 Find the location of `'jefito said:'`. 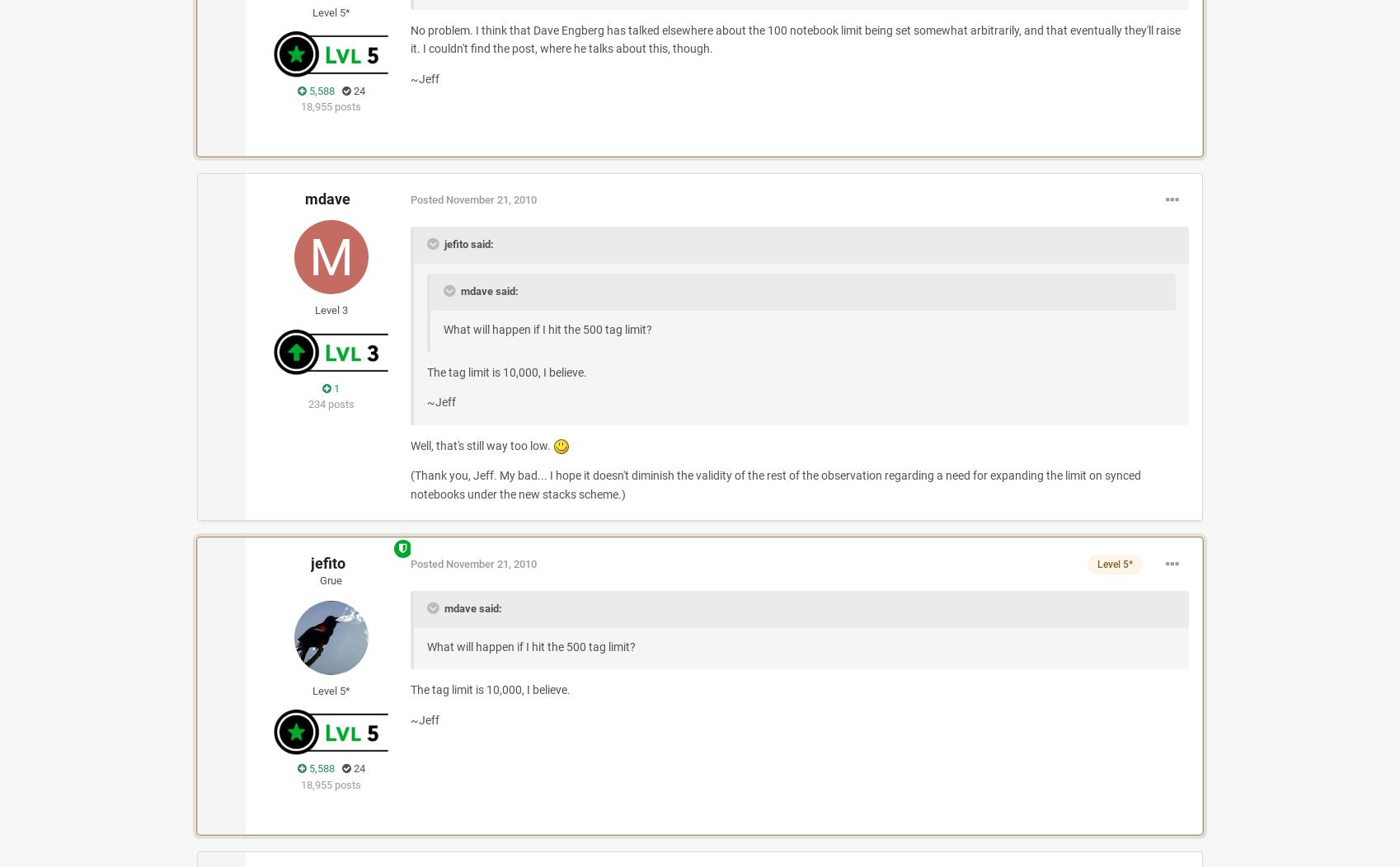

'jefito said:' is located at coordinates (467, 244).